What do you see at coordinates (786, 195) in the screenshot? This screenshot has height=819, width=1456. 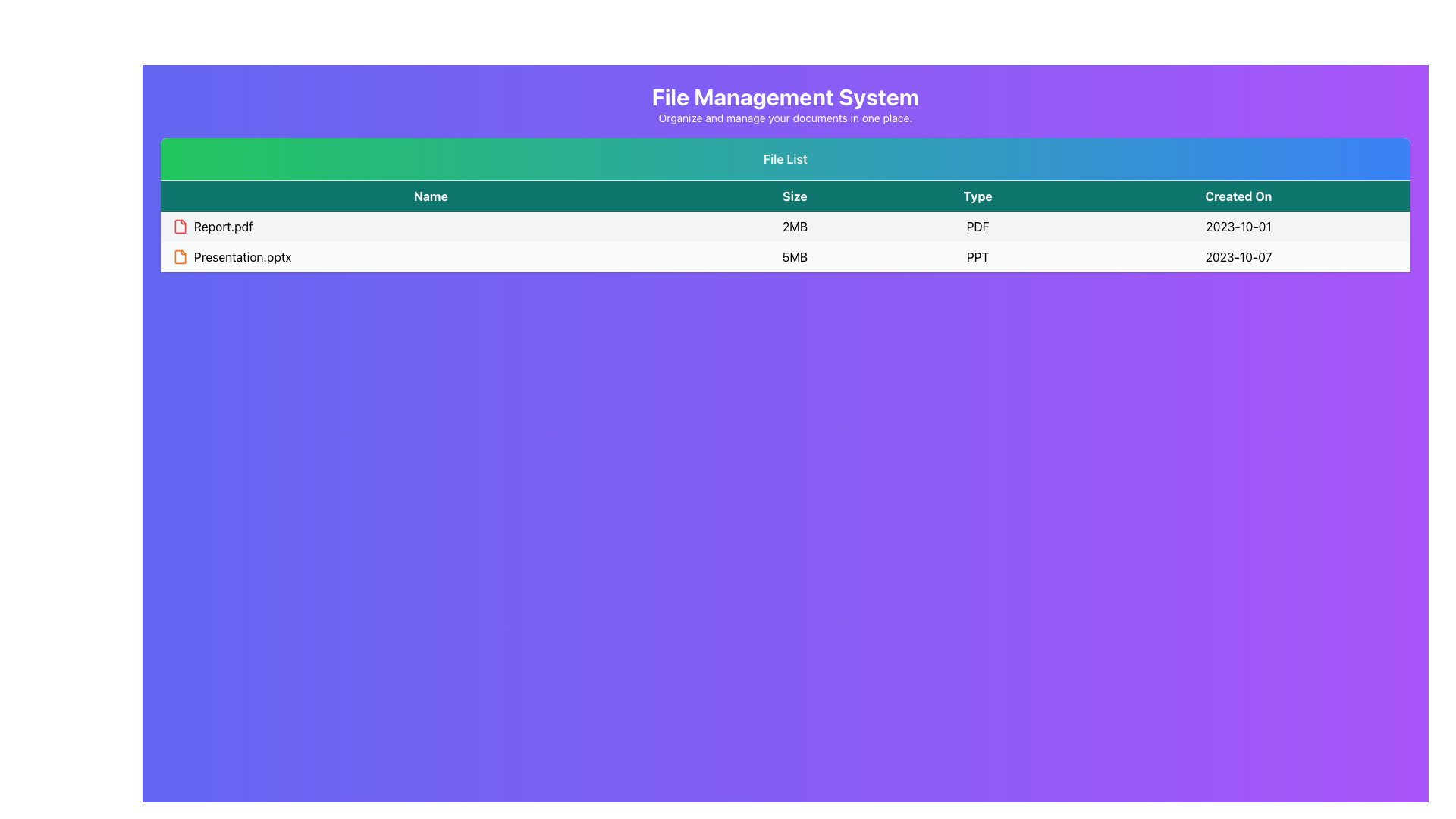 I see `the Table Header Row which displays the headers 'Name', 'Size', 'Type', and 'Created On' with a teal background and white text` at bounding box center [786, 195].